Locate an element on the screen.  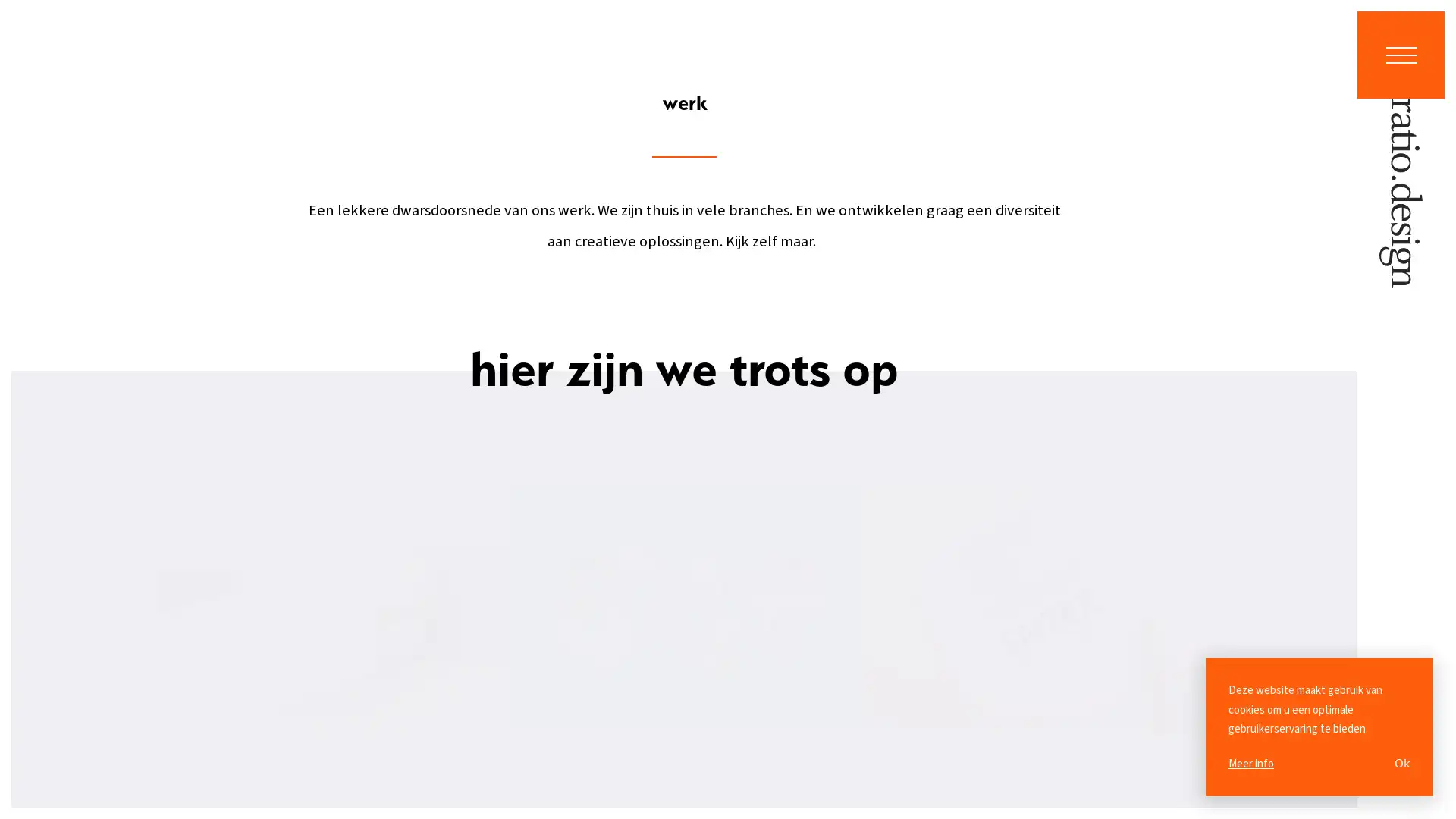
Ok is located at coordinates (1401, 763).